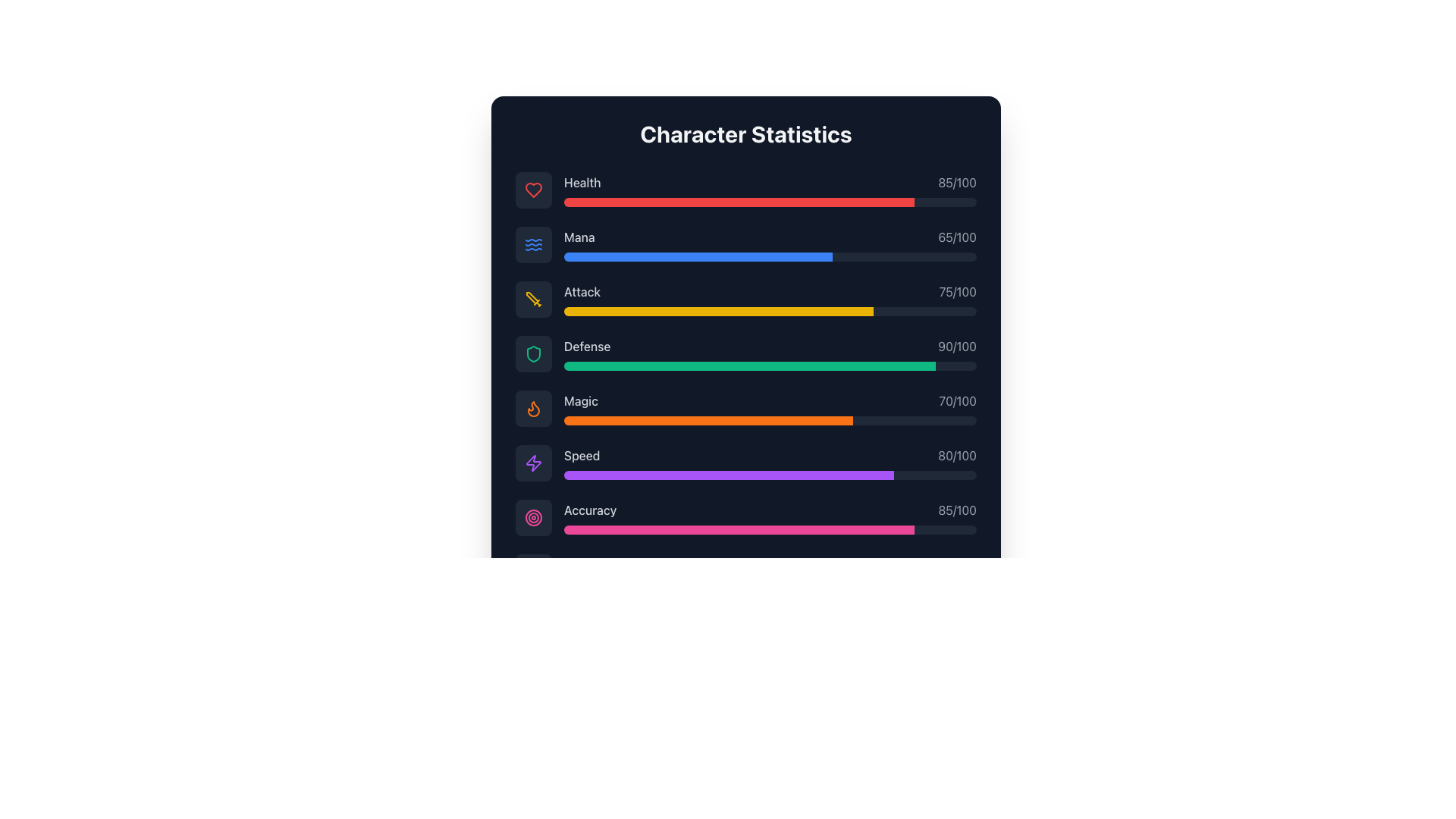  I want to click on the Progress bar representing the 'Magic' attribute, which visually indicates a level of 70 out of 100, located in the fifth row of the 'Character Statistics' section below the 'Magic70/100' label, so click(770, 421).